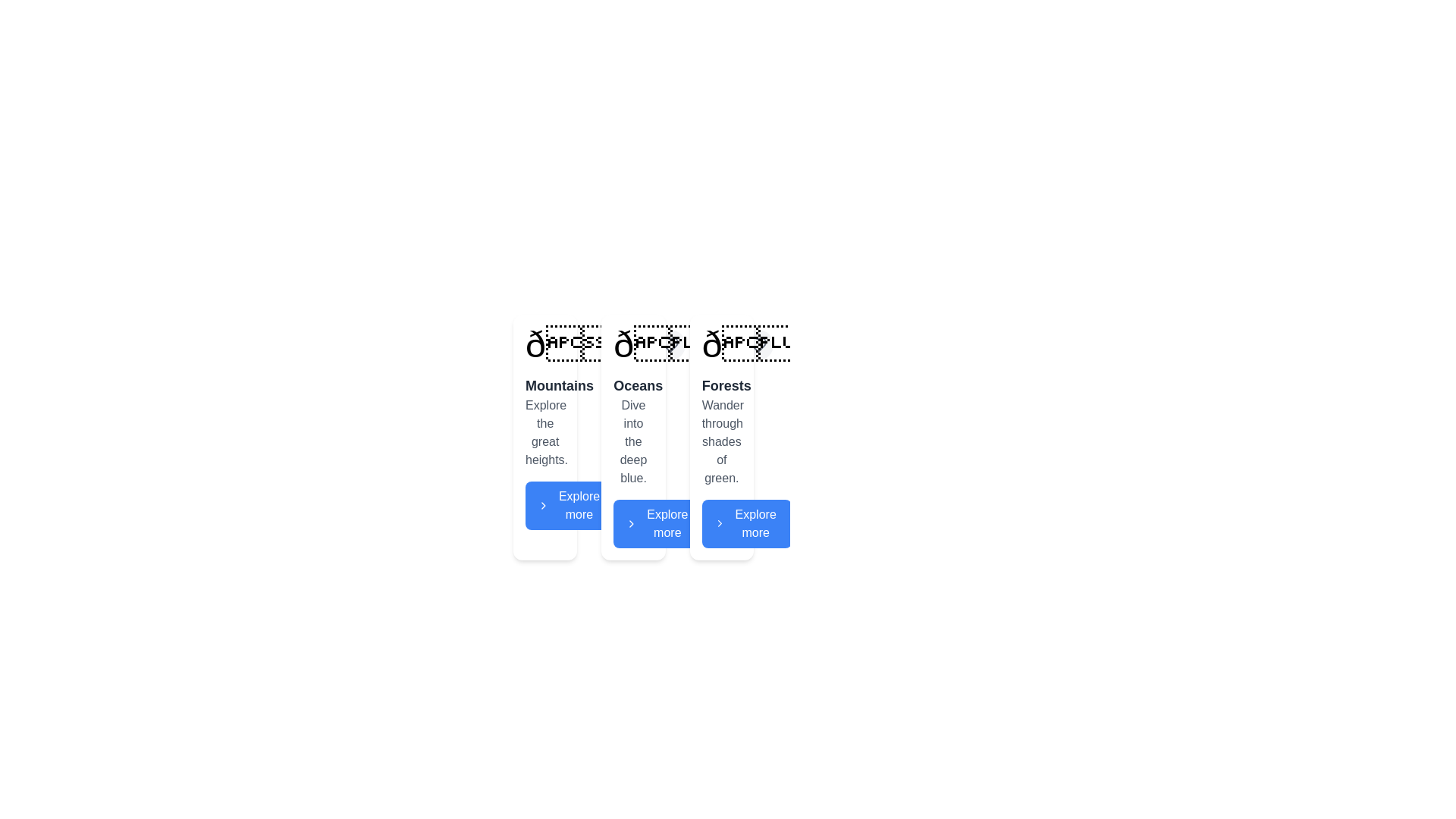  Describe the element at coordinates (669, 345) in the screenshot. I see `the circular button with a heart icon in the 'Oceans' panel` at that location.